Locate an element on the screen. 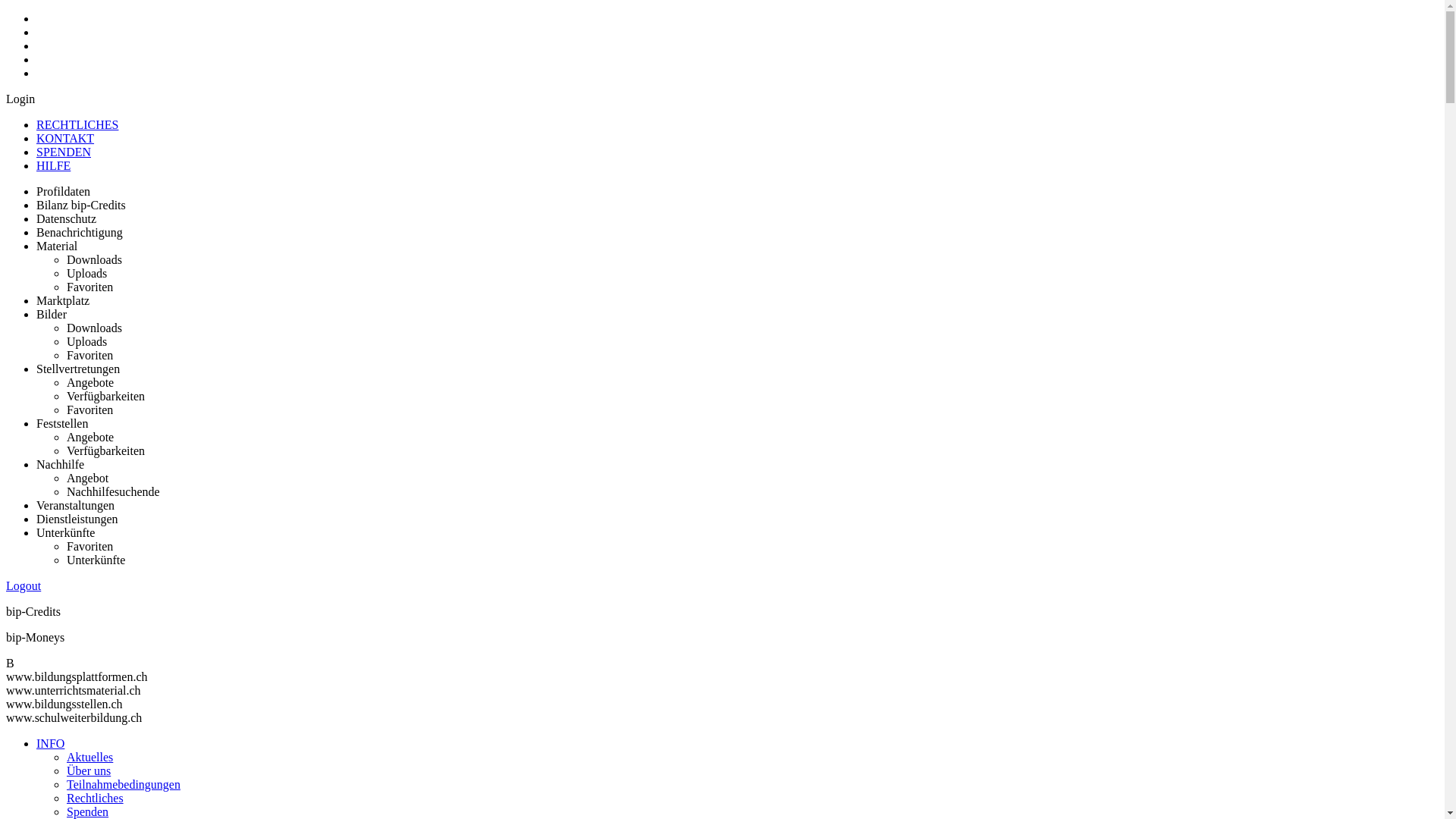 The width and height of the screenshot is (1456, 819). 'INFO' is located at coordinates (50, 742).